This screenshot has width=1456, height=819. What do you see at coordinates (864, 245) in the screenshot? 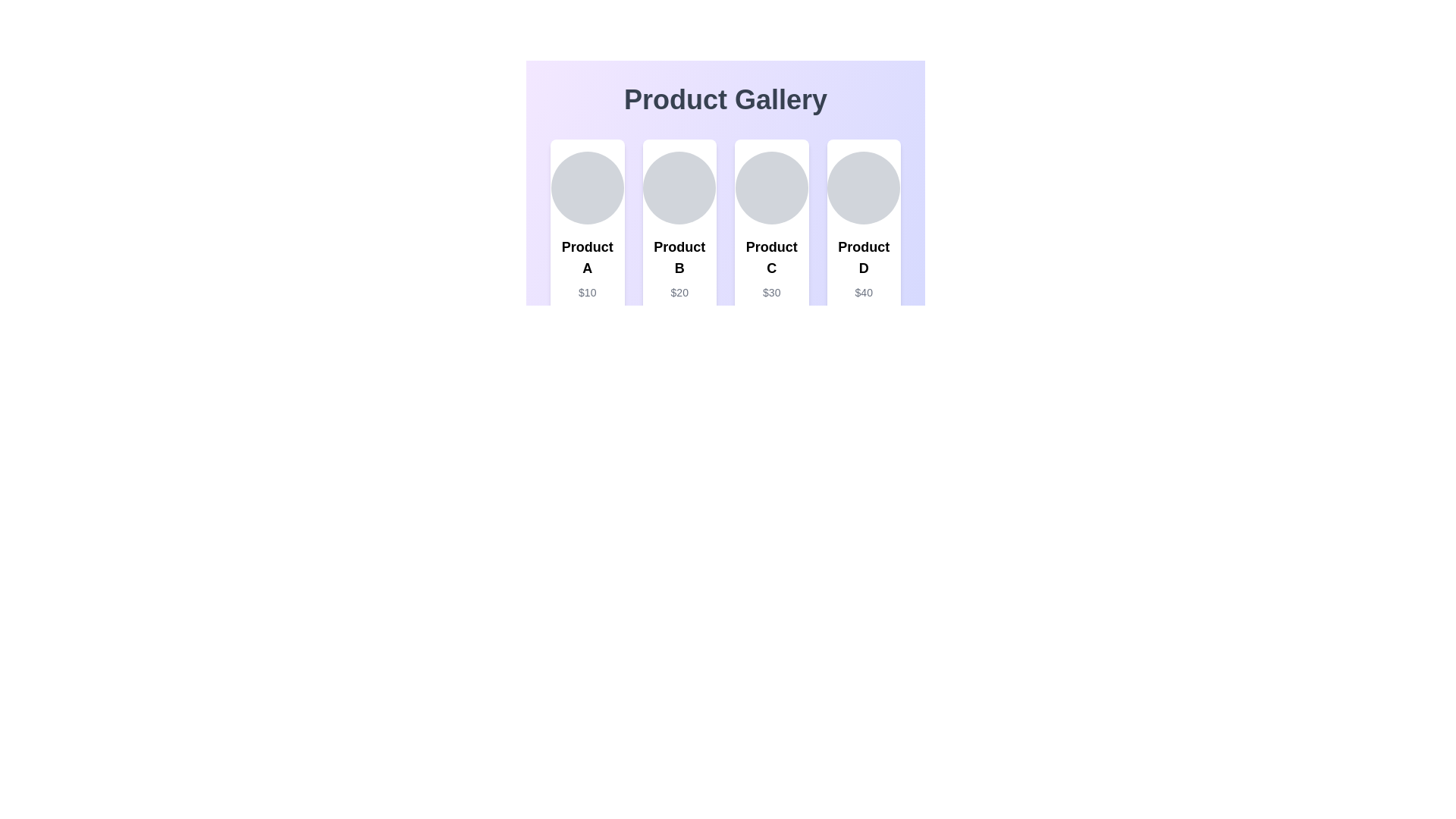
I see `the Product Card displaying 'Product D' priced at '$40' for more details` at bounding box center [864, 245].